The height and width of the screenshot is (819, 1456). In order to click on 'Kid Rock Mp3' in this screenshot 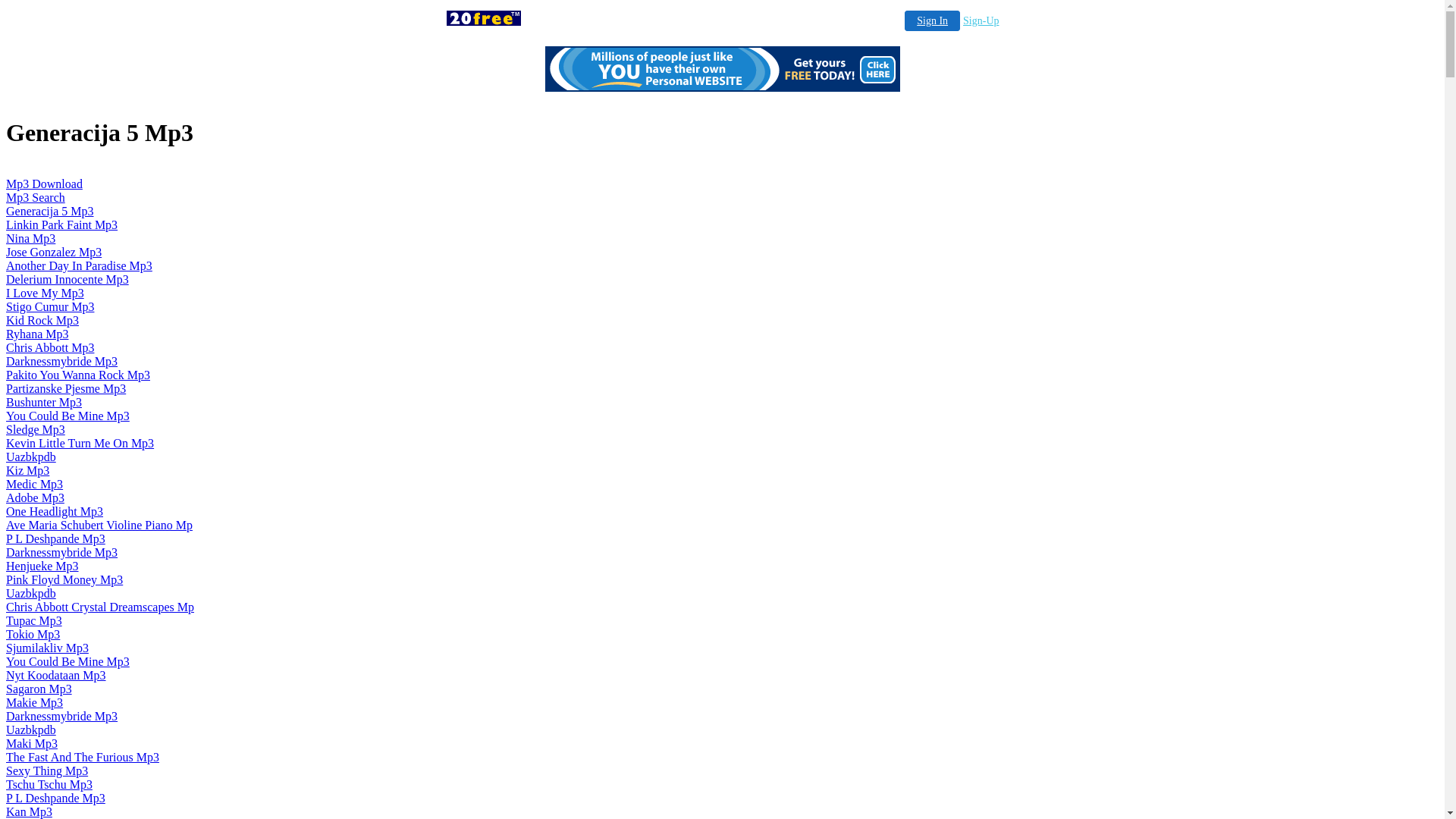, I will do `click(42, 319)`.